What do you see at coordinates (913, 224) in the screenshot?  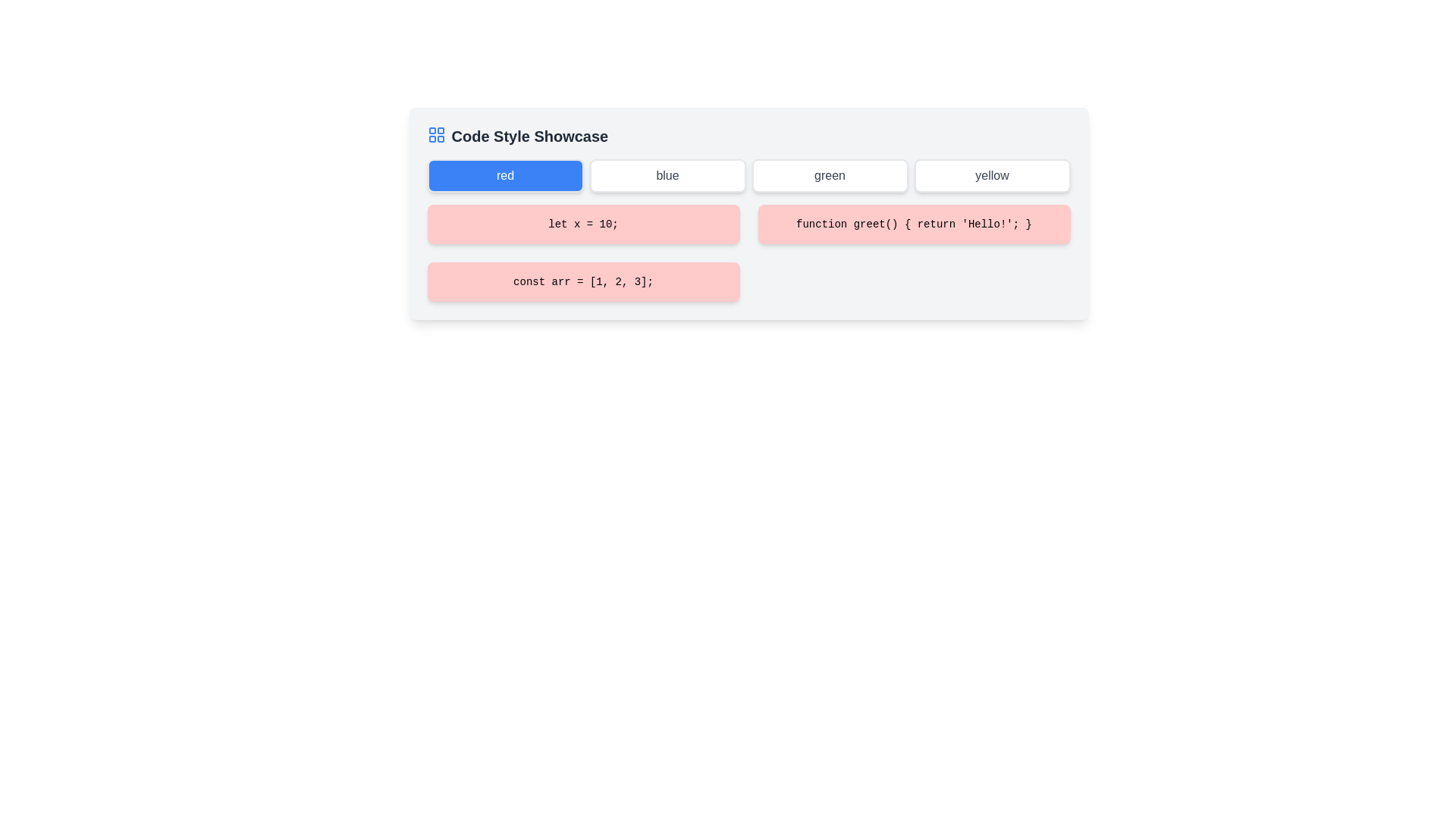 I see `content displayed in the Text Label (Code Snippet) with a light pink background that contains the text 'function greet() { return 'Hello!'; }'` at bounding box center [913, 224].